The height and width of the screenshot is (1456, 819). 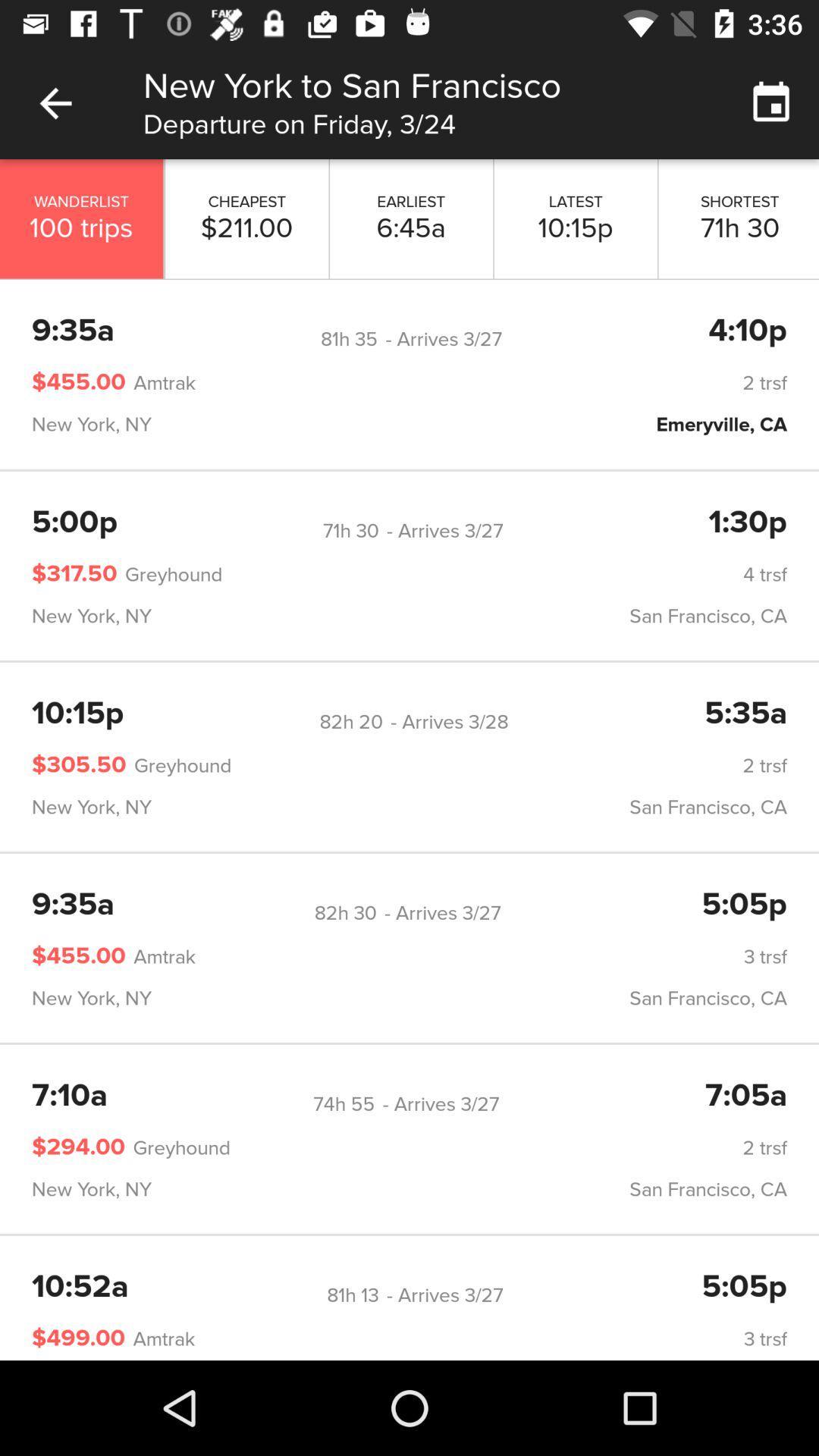 I want to click on icon next to 10:52a icon, so click(x=353, y=1294).